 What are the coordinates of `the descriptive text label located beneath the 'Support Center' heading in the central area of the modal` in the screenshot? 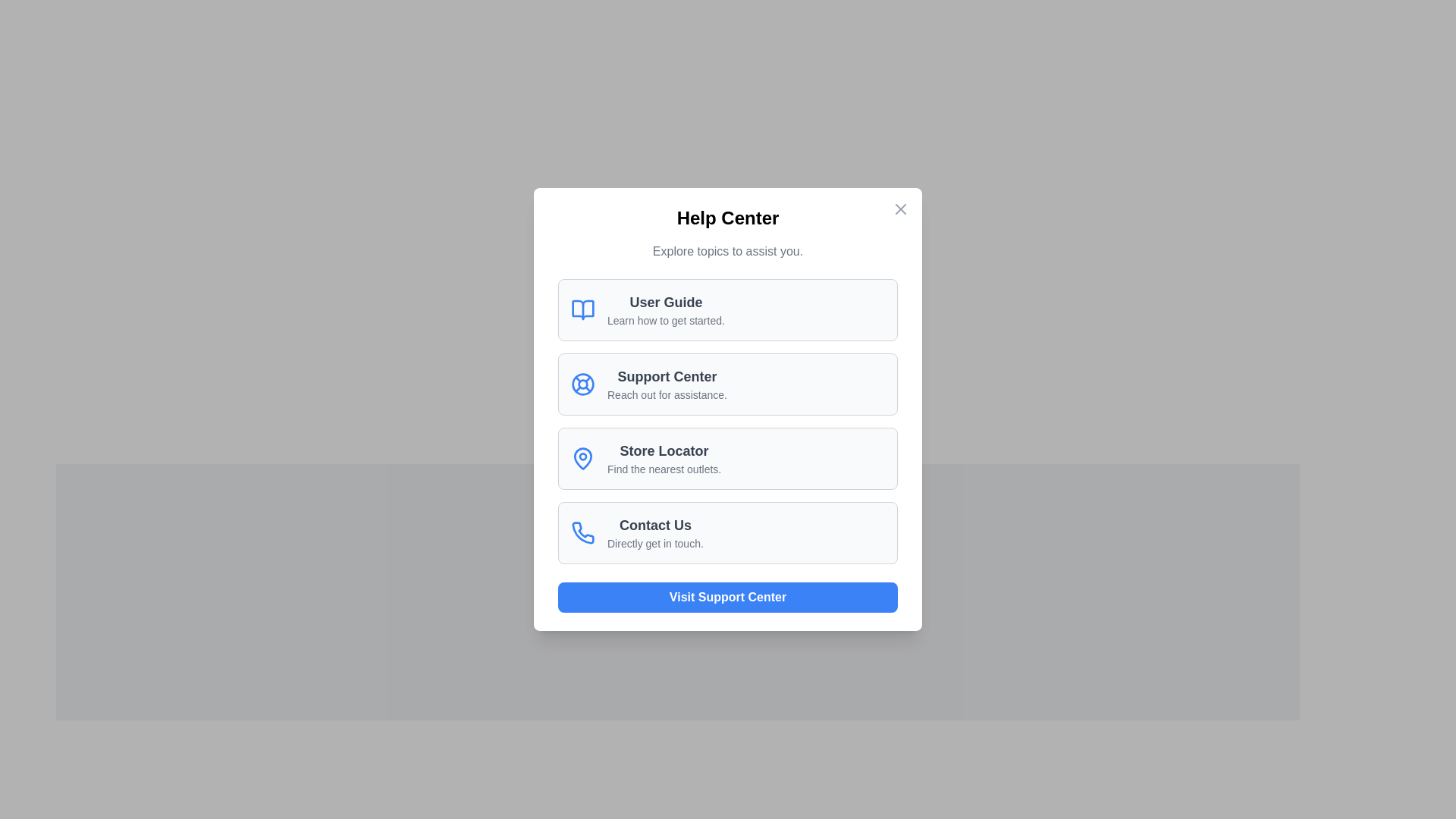 It's located at (667, 394).